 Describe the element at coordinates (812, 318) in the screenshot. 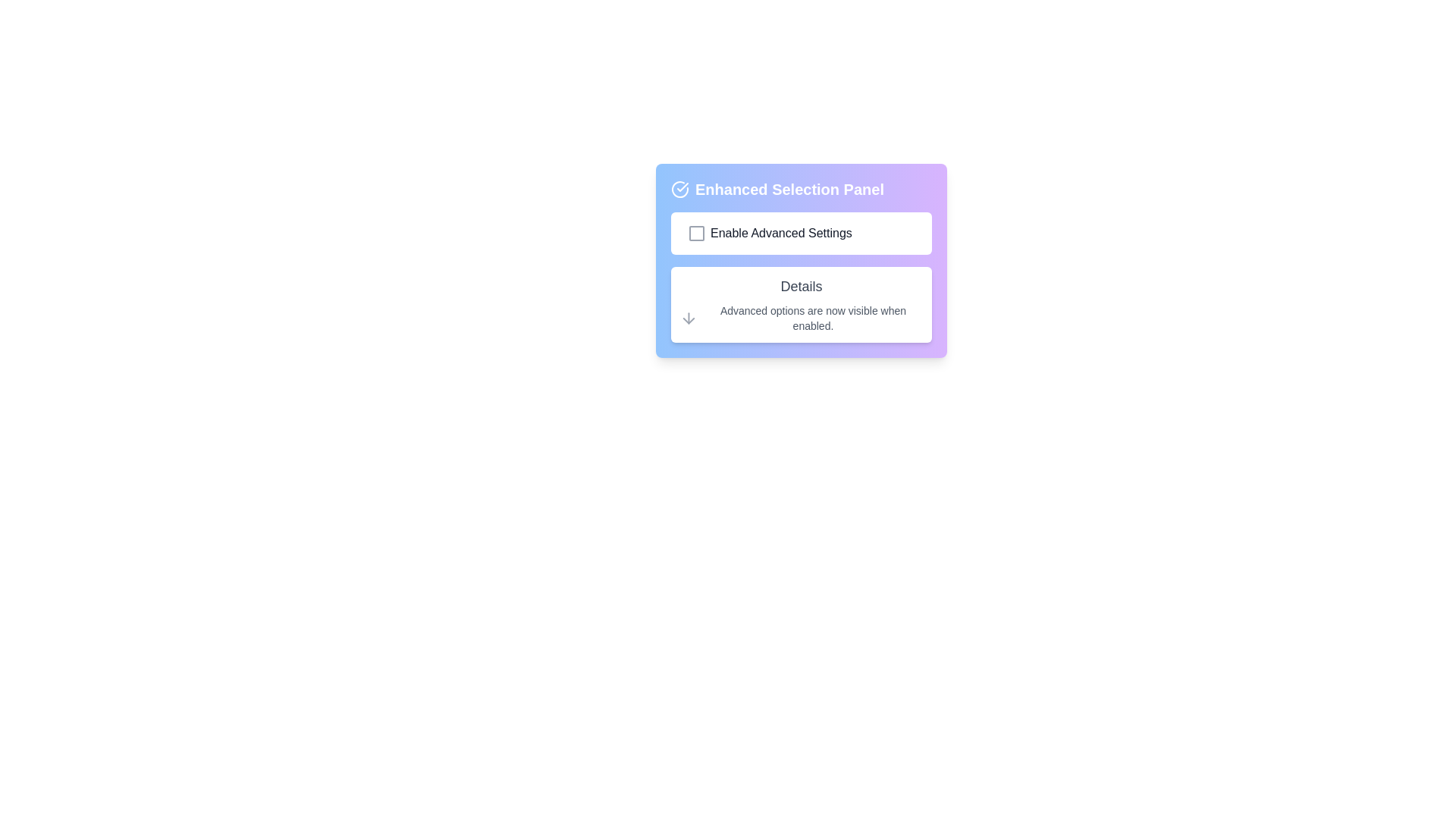

I see `the static text display providing contextual information related to the 'Advanced options' functionality, located in the lower portion of the 'Enhanced Selection Panel'` at that location.